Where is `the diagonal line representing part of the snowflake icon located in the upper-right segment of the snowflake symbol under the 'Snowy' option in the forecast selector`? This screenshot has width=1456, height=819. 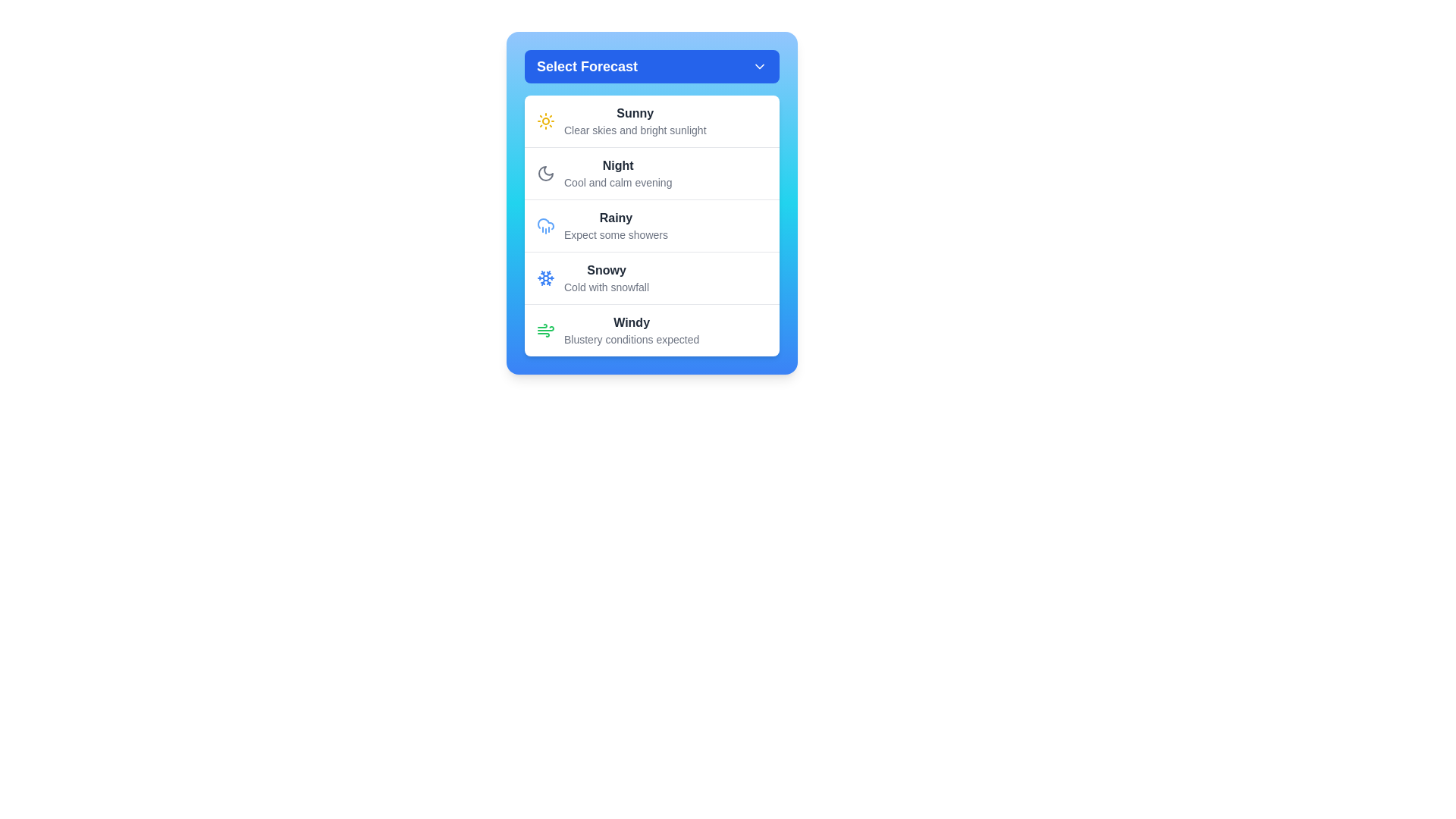 the diagonal line representing part of the snowflake icon located in the upper-right segment of the snowflake symbol under the 'Snowy' option in the forecast selector is located at coordinates (548, 275).